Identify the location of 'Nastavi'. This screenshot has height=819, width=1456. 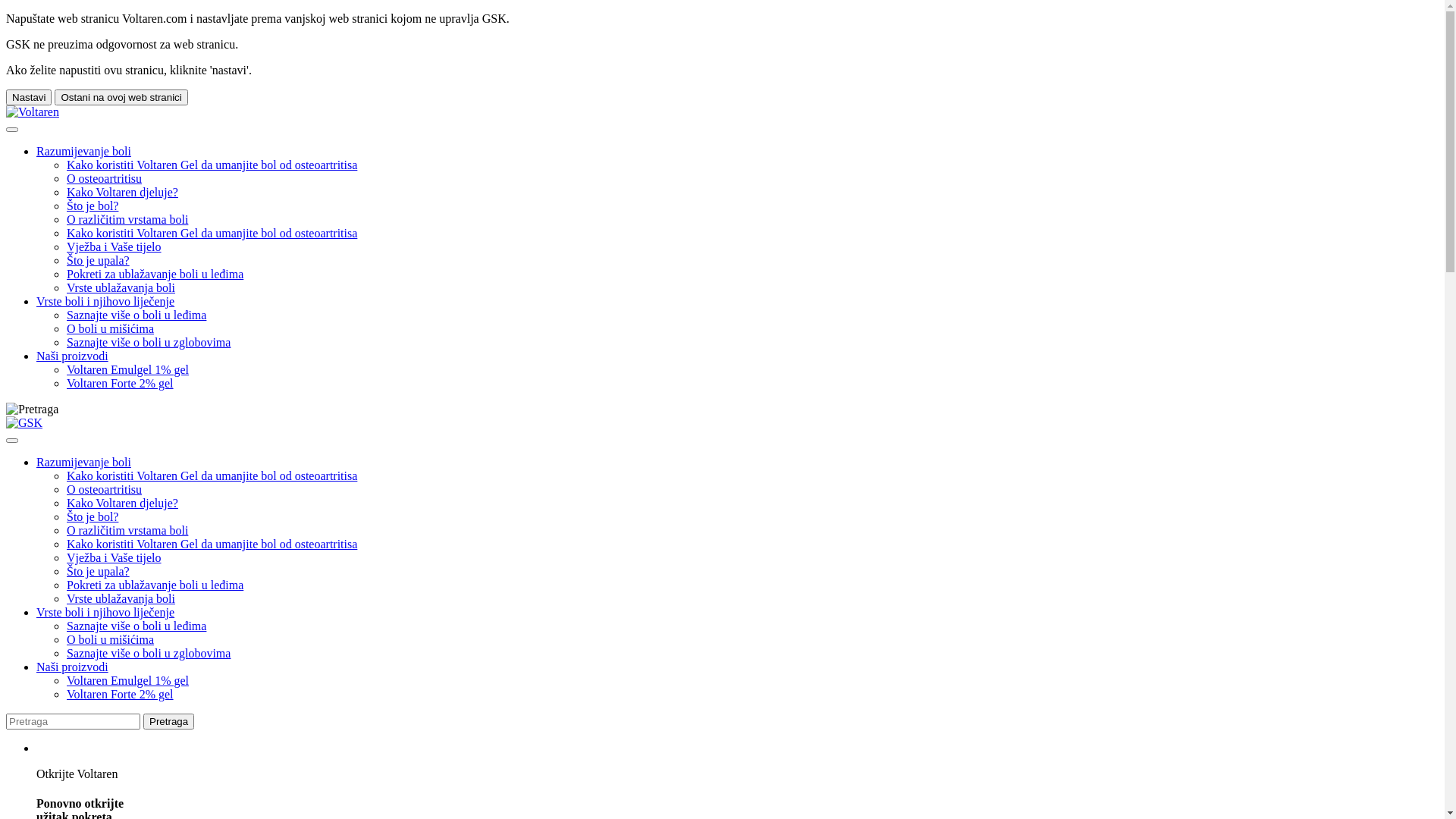
(29, 97).